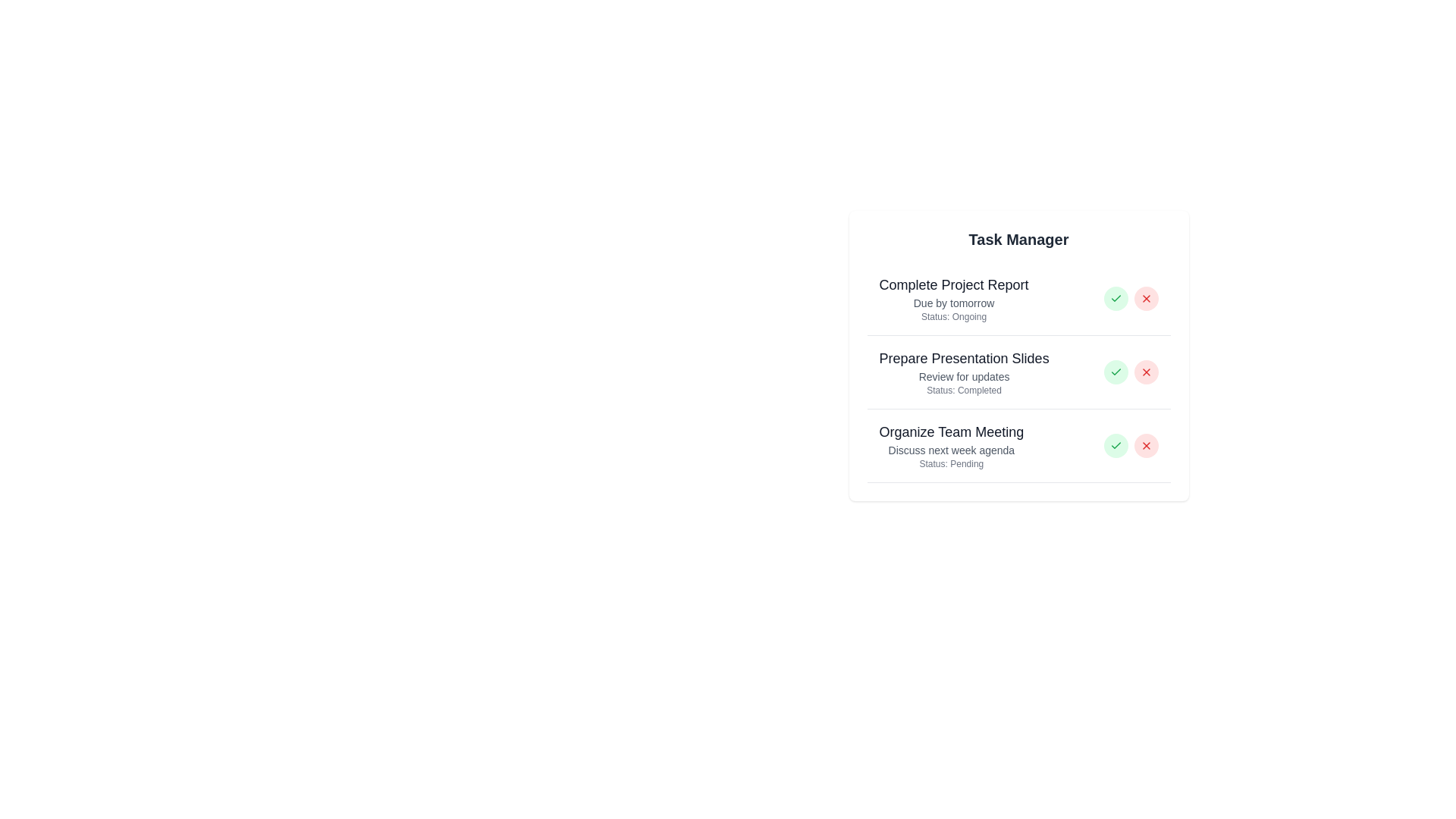 The height and width of the screenshot is (819, 1456). I want to click on the task card titled 'Organize Team Meeting', so click(1018, 445).